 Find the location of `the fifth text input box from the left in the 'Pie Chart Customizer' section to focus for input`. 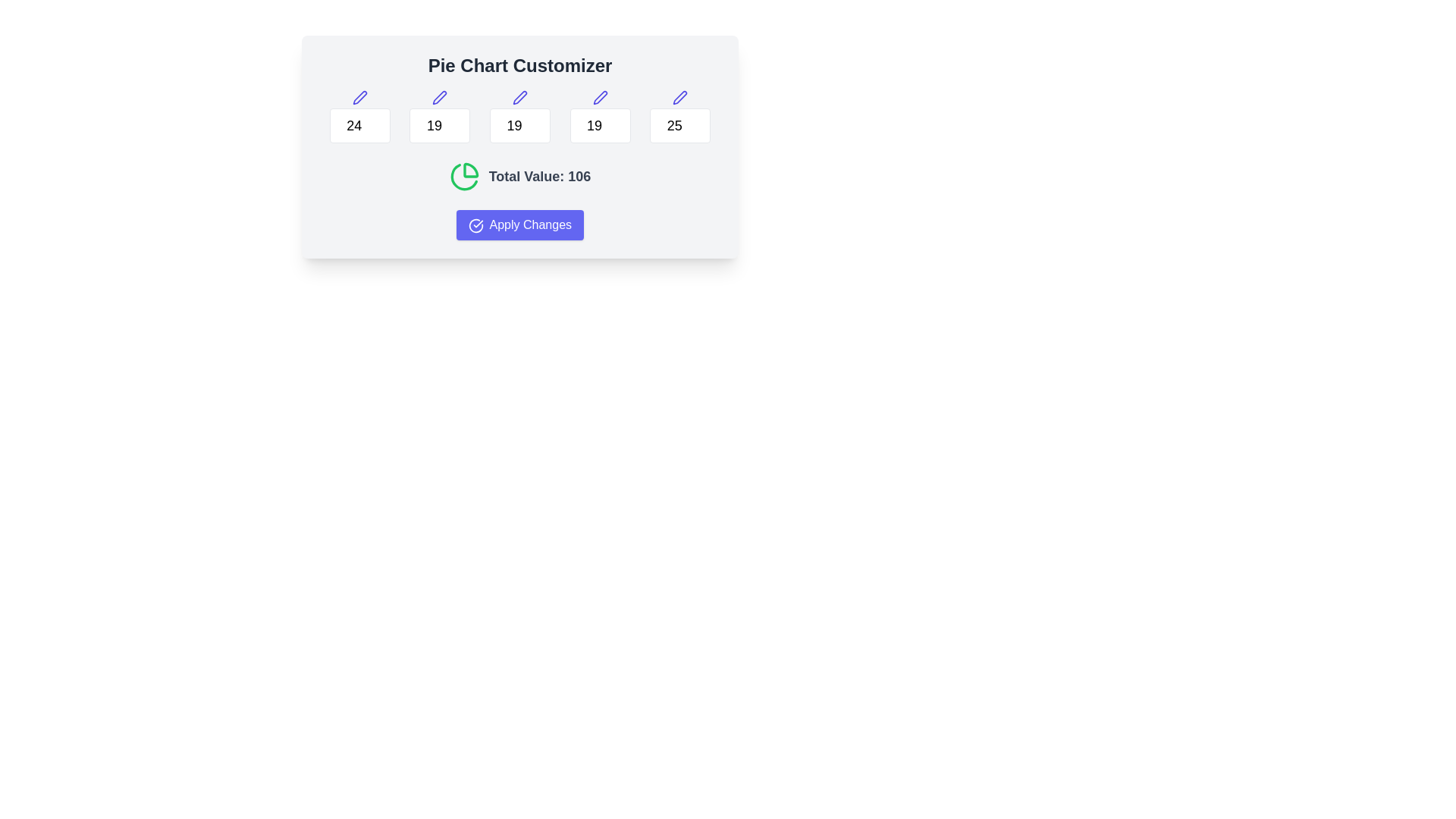

the fifth text input box from the left in the 'Pie Chart Customizer' section to focus for input is located at coordinates (679, 116).